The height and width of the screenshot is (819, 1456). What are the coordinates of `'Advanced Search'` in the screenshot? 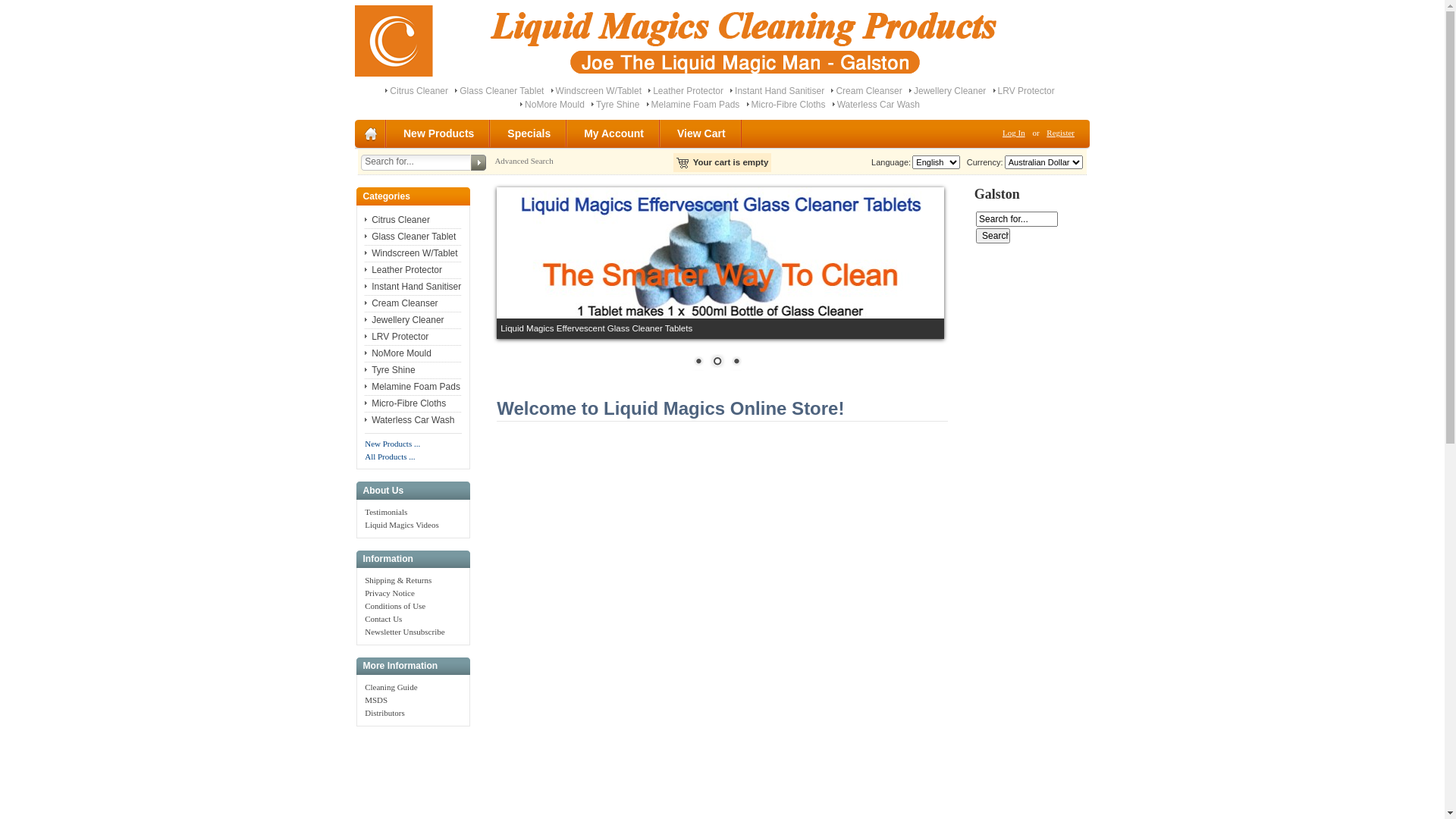 It's located at (523, 161).